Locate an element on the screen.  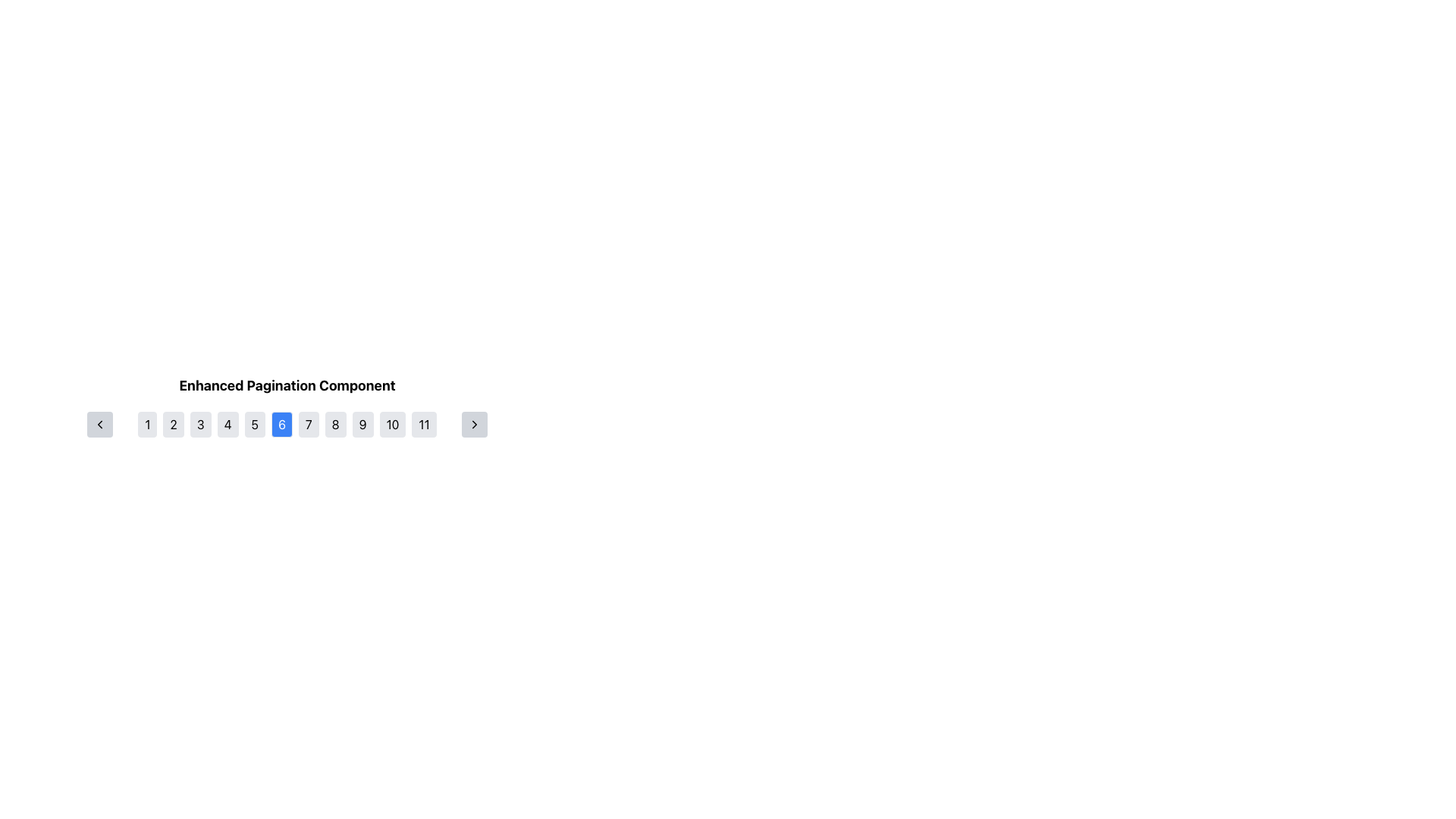
the pagination button labeled '4', which is a rectangular button with a rounded border and a light gray background is located at coordinates (227, 424).